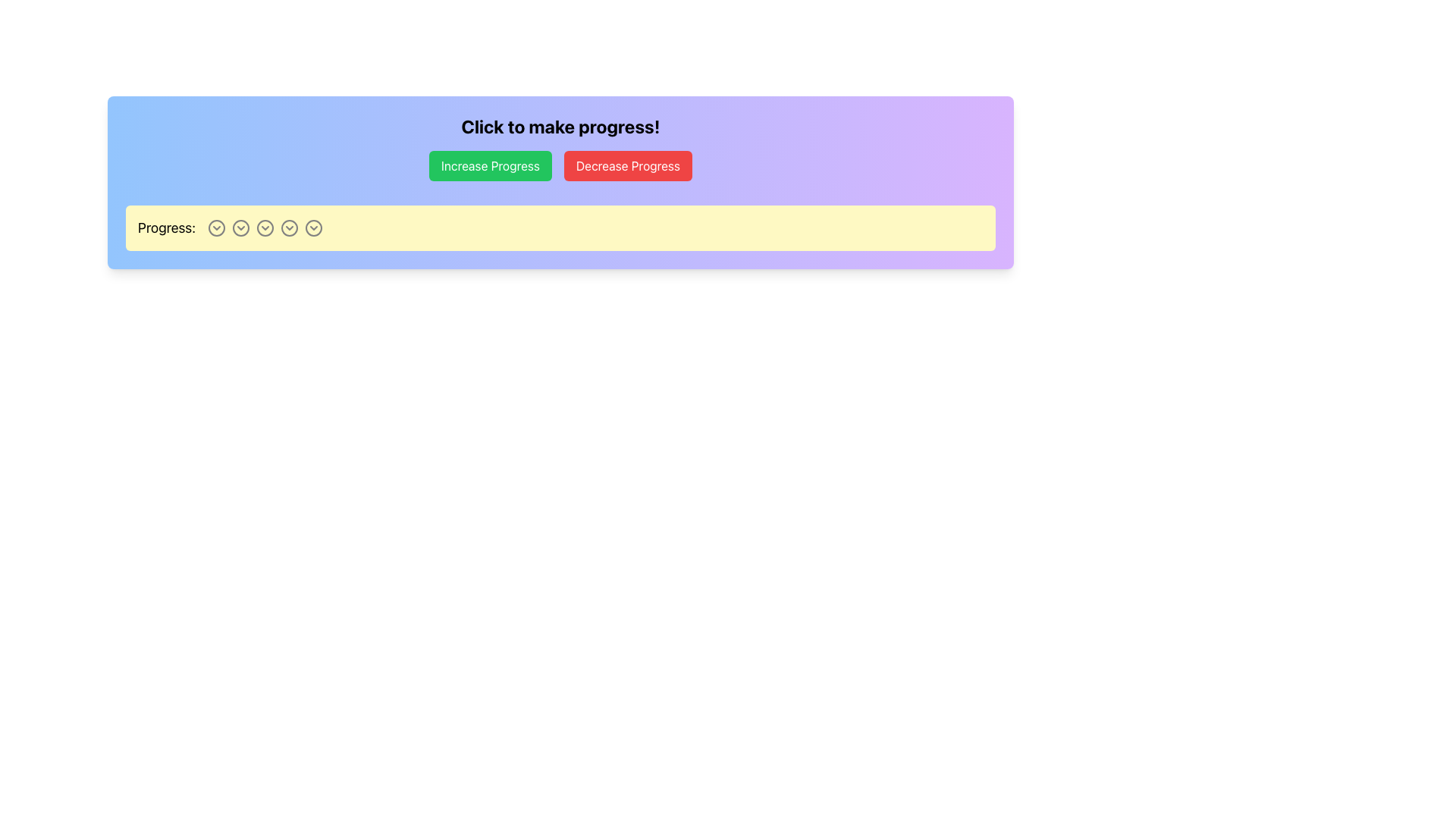  Describe the element at coordinates (240, 227) in the screenshot. I see `the second circular icon with chevron in the progress bar section, which indicates a specific progress state in the sequence` at that location.